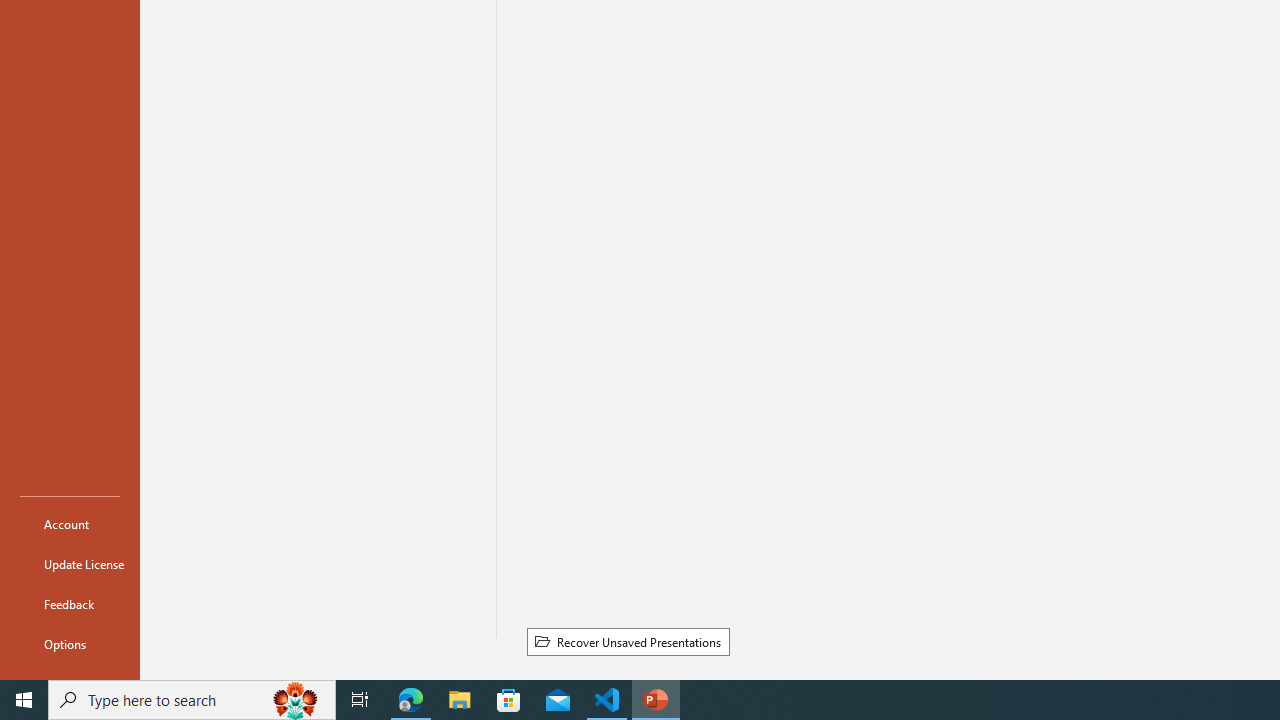  Describe the element at coordinates (627, 641) in the screenshot. I see `'Recover Unsaved Presentations'` at that location.